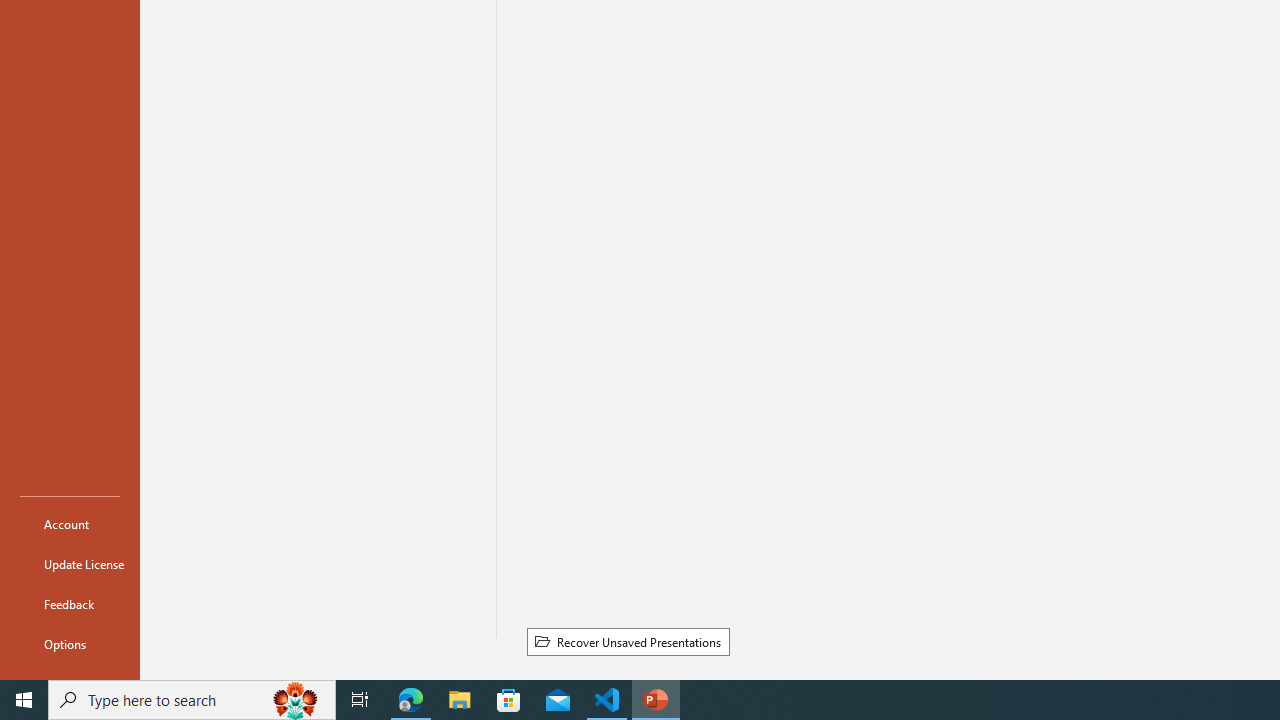  Describe the element at coordinates (627, 641) in the screenshot. I see `'Recover Unsaved Presentations'` at that location.